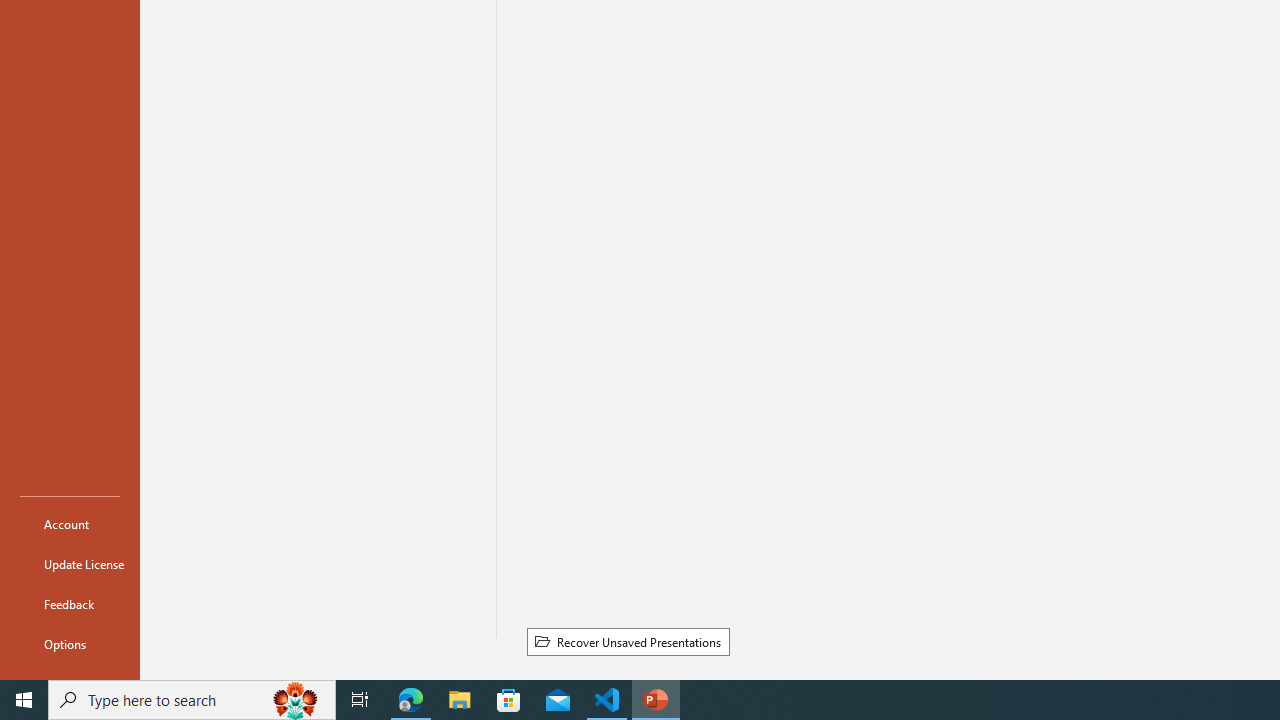  Describe the element at coordinates (627, 641) in the screenshot. I see `'Recover Unsaved Presentations'` at that location.